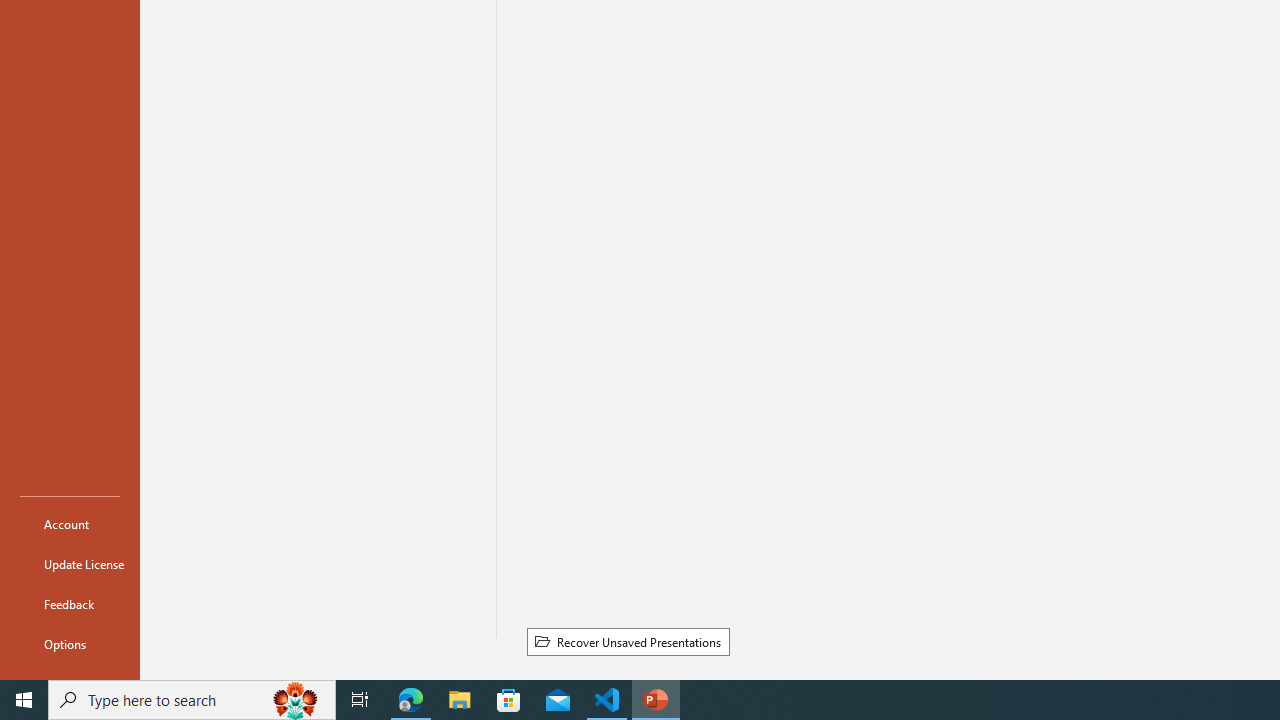  Describe the element at coordinates (627, 641) in the screenshot. I see `'Recover Unsaved Presentations'` at that location.